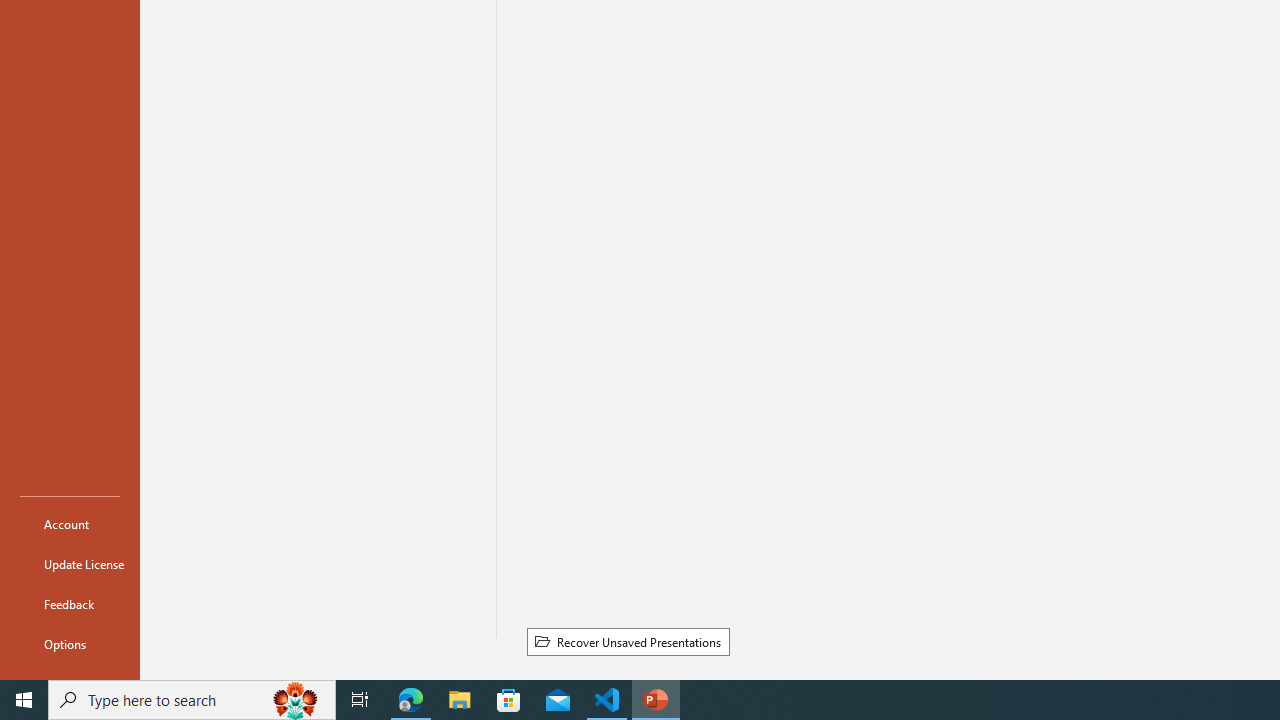  Describe the element at coordinates (627, 641) in the screenshot. I see `'Recover Unsaved Presentations'` at that location.